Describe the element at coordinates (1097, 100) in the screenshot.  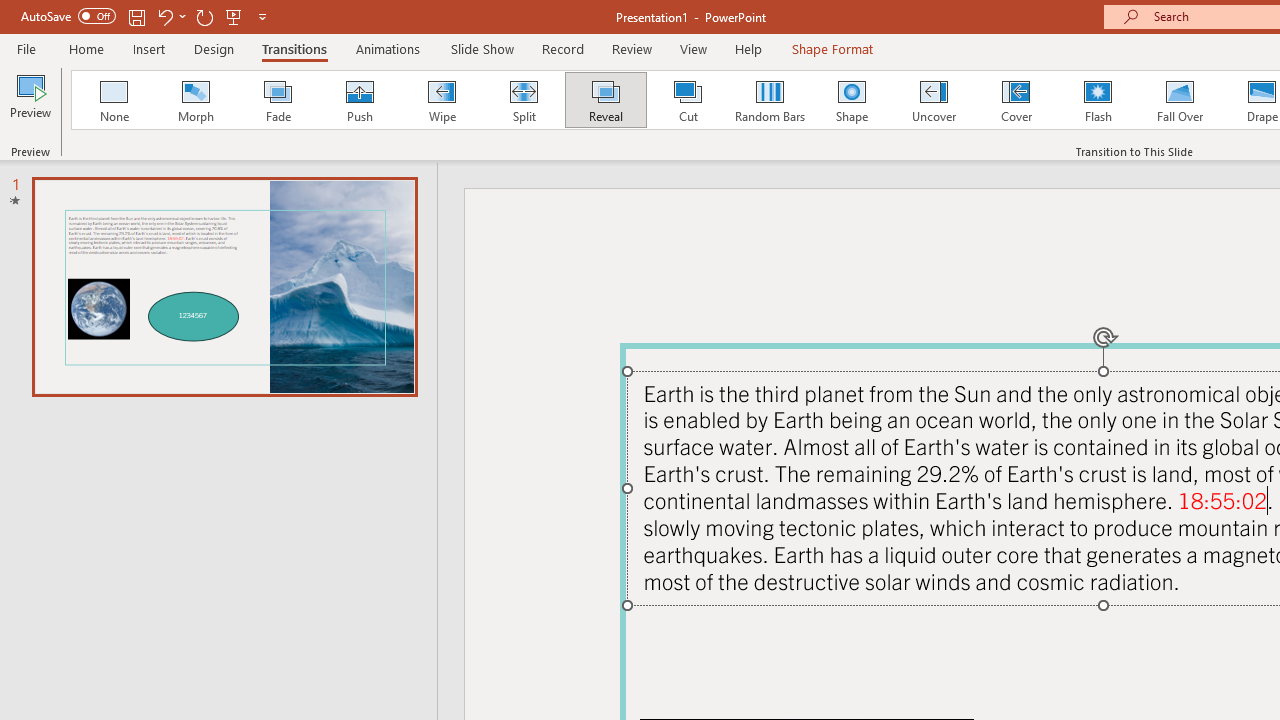
I see `'Flash'` at that location.